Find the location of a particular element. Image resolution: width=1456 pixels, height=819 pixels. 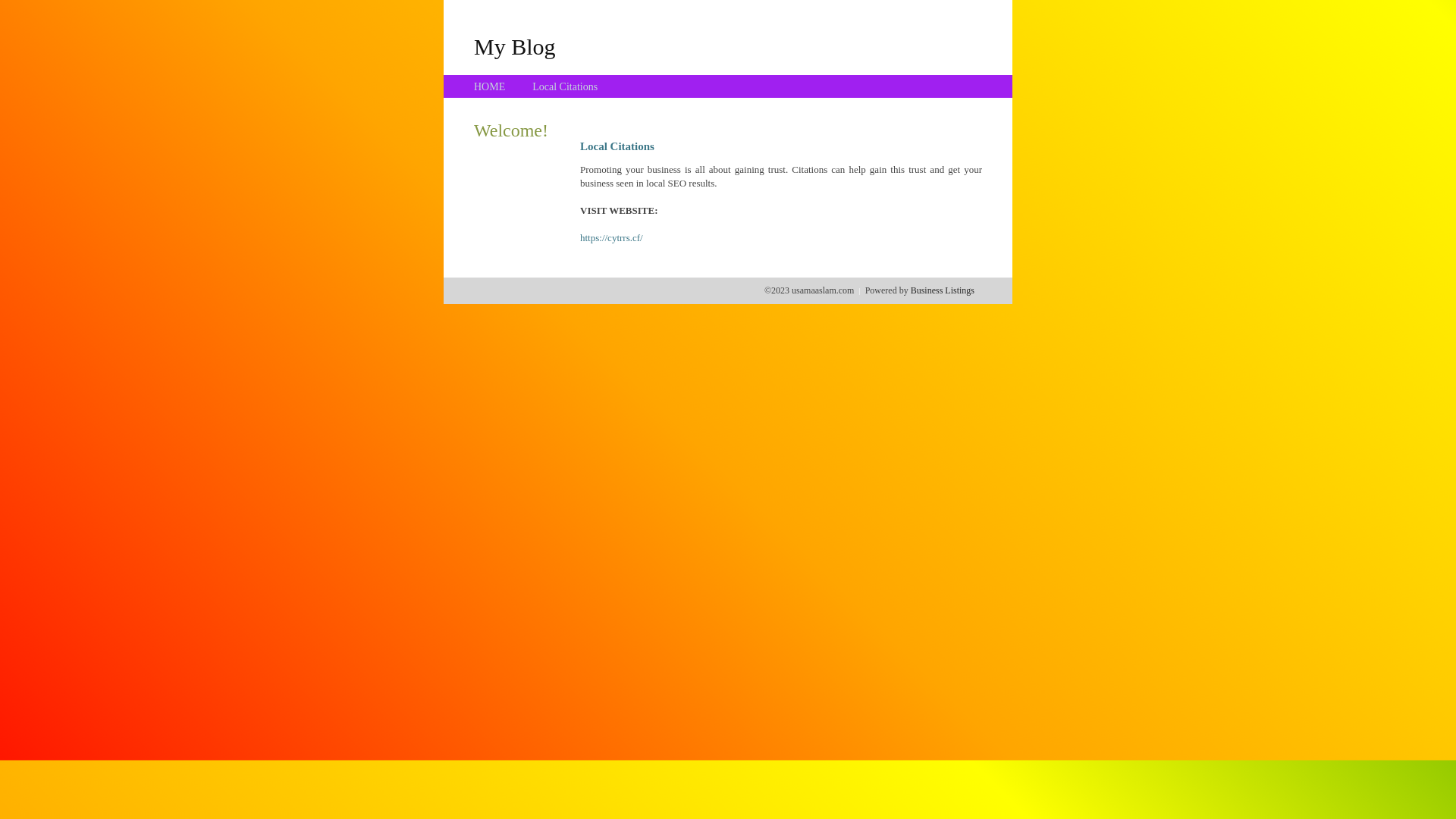

'HOME' is located at coordinates (489, 86).